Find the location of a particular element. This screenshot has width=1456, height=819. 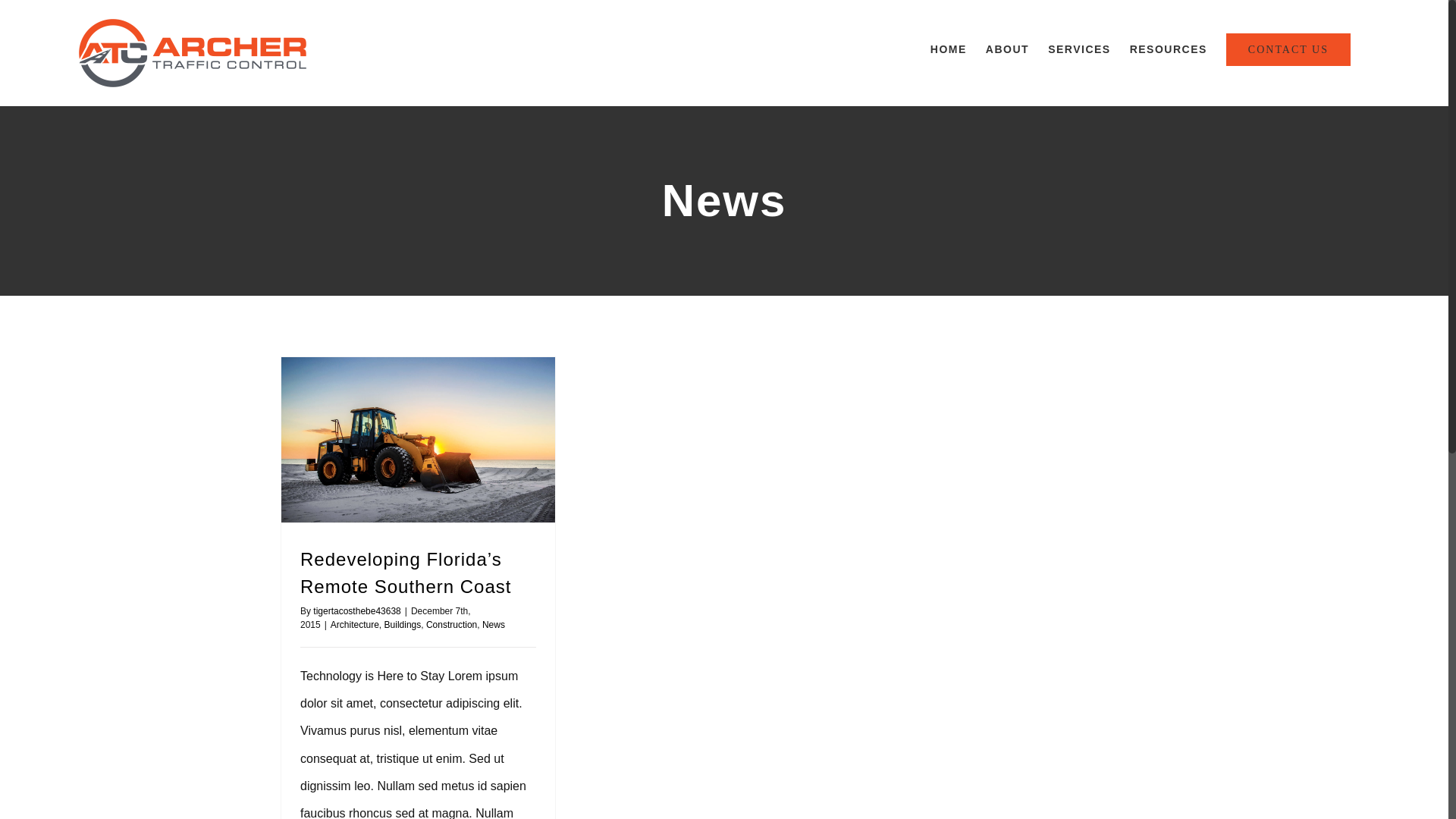

'CONTACT US' is located at coordinates (1288, 49).